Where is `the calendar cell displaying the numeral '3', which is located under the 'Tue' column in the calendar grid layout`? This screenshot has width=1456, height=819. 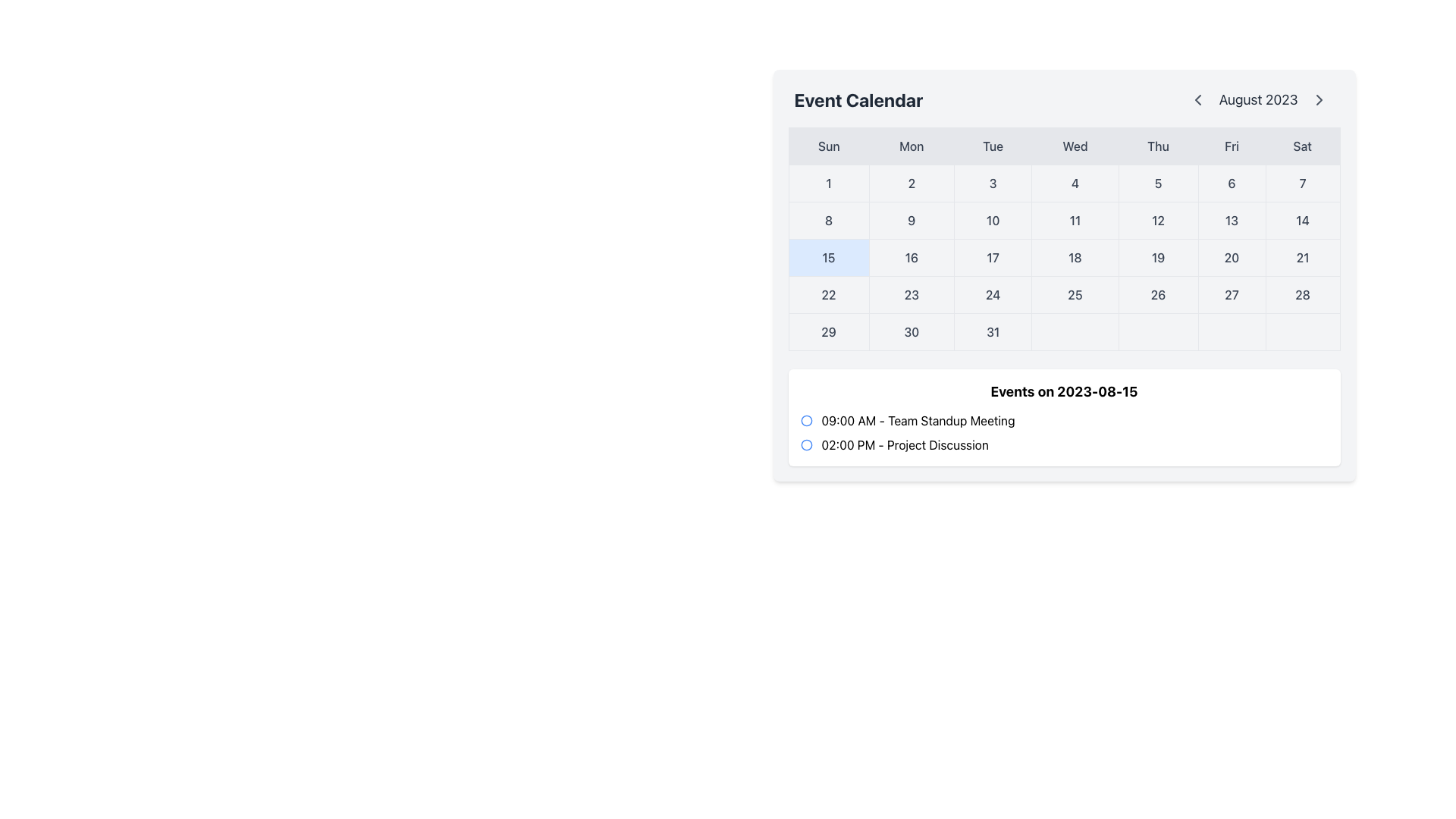
the calendar cell displaying the numeral '3', which is located under the 'Tue' column in the calendar grid layout is located at coordinates (993, 183).